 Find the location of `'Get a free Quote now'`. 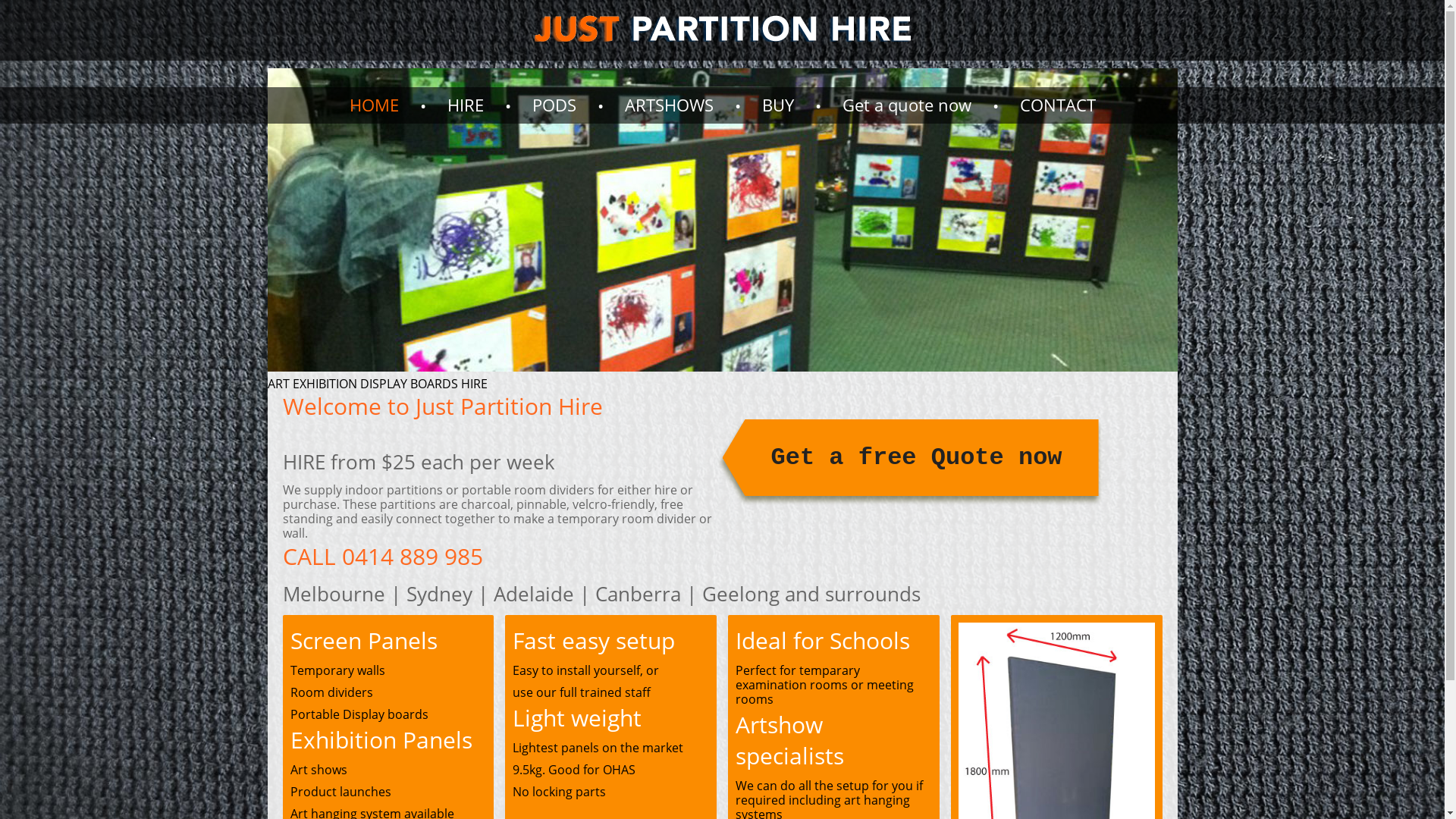

'Get a free Quote now' is located at coordinates (910, 458).